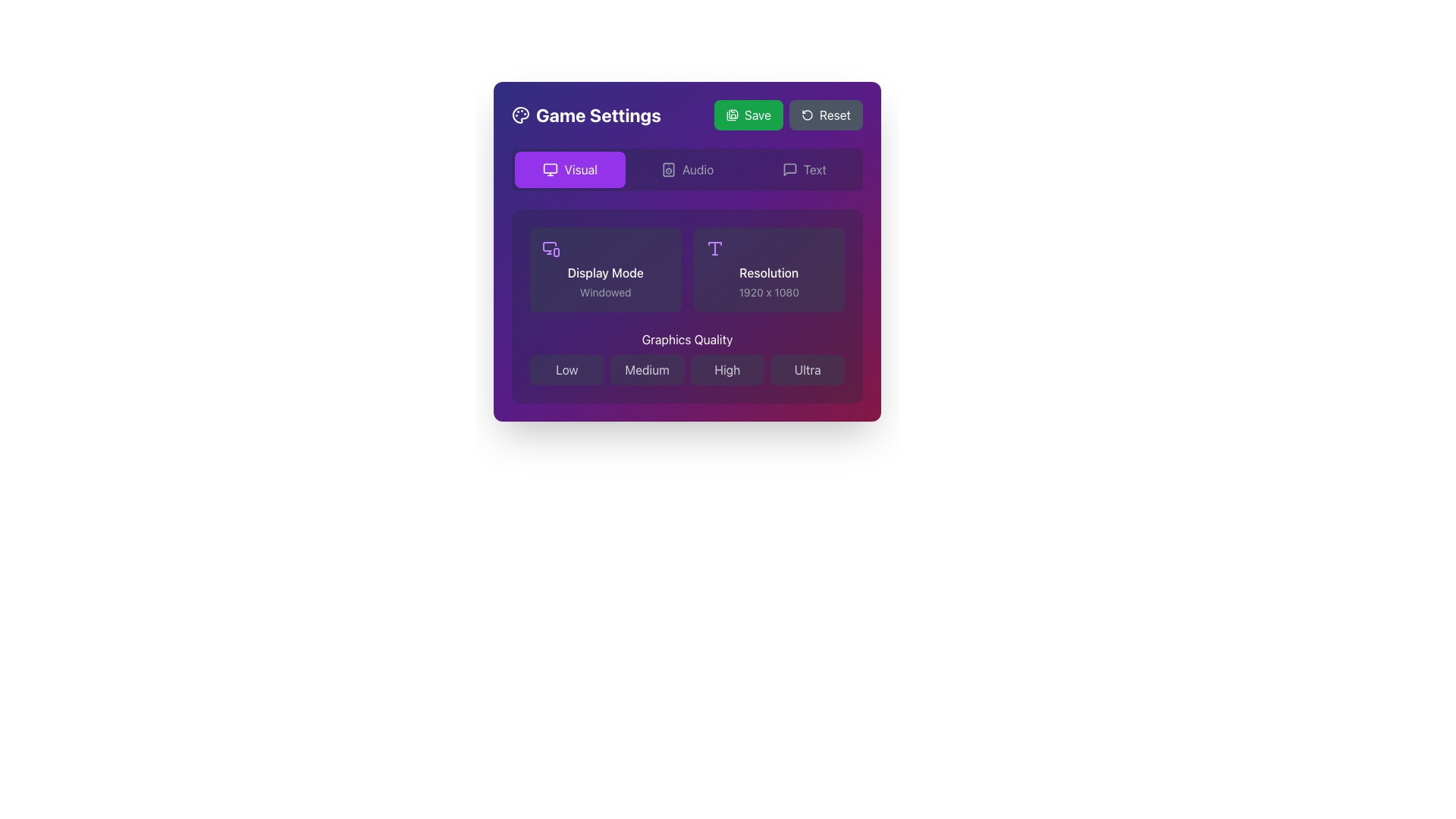 The height and width of the screenshot is (819, 1456). What do you see at coordinates (520, 114) in the screenshot?
I see `the circular palette icon located to the left of the 'Game Settings' text in the header section` at bounding box center [520, 114].